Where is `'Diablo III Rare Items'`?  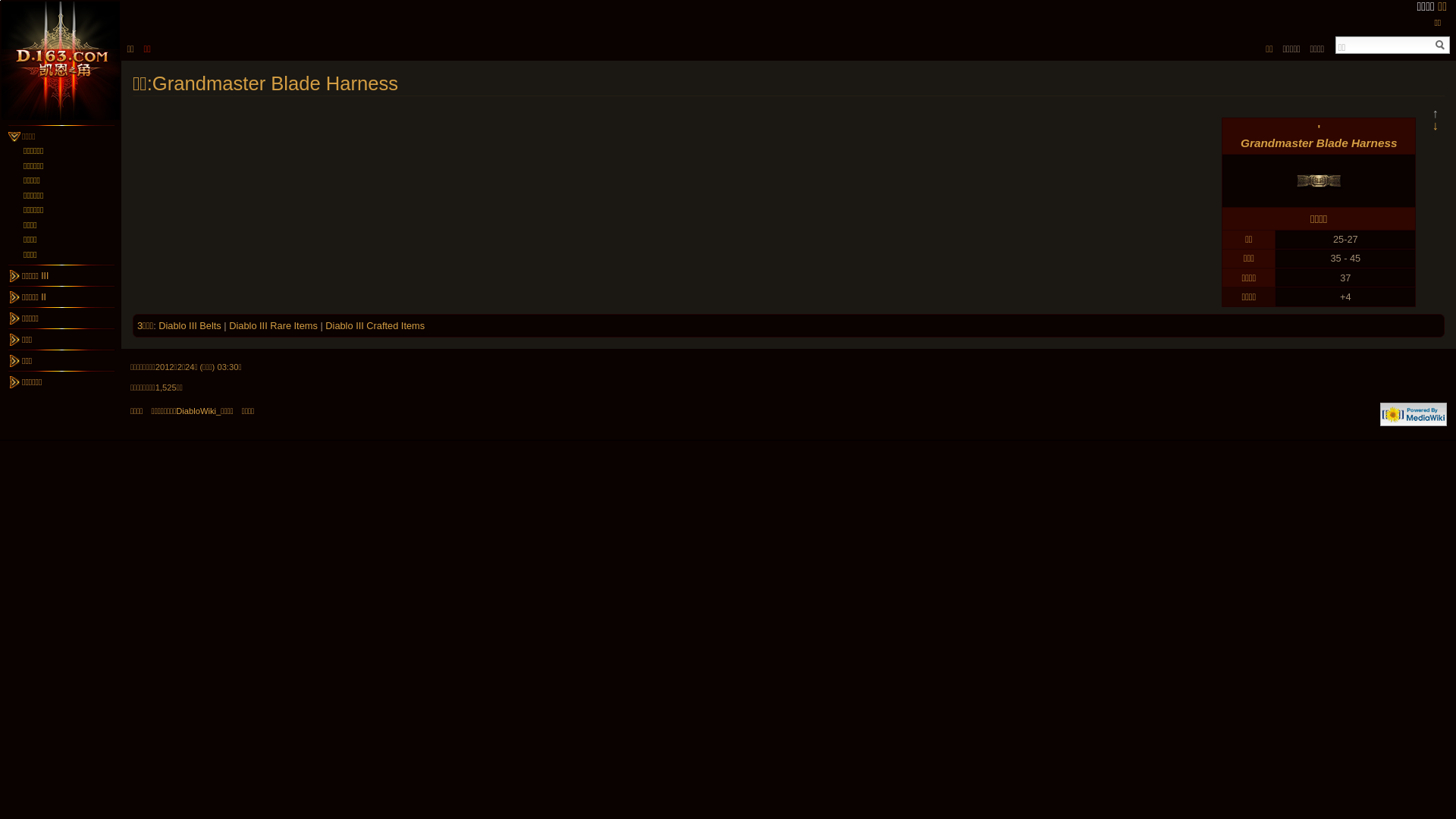
'Diablo III Rare Items' is located at coordinates (273, 325).